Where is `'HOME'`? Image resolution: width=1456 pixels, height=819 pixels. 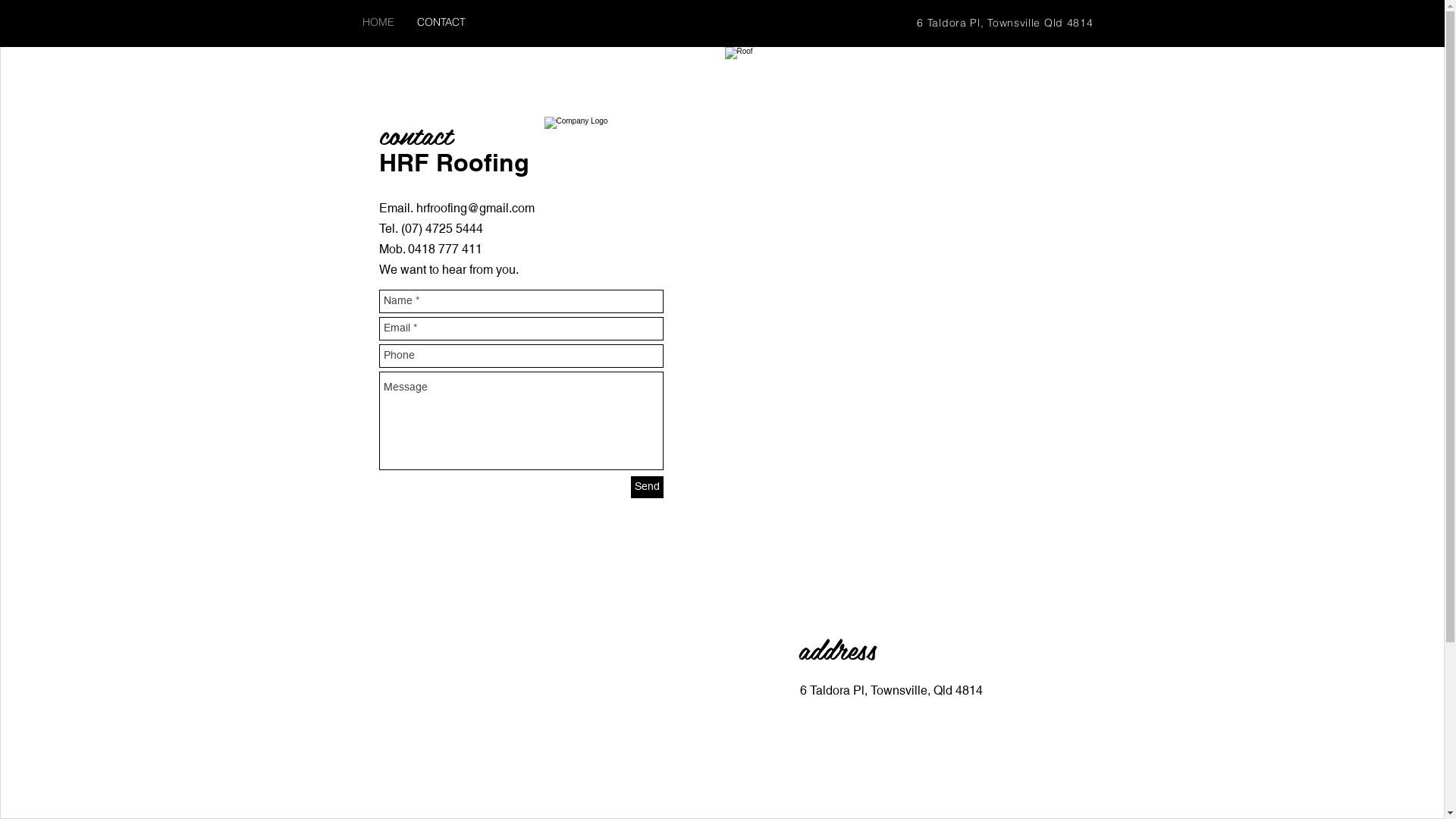 'HOME' is located at coordinates (378, 22).